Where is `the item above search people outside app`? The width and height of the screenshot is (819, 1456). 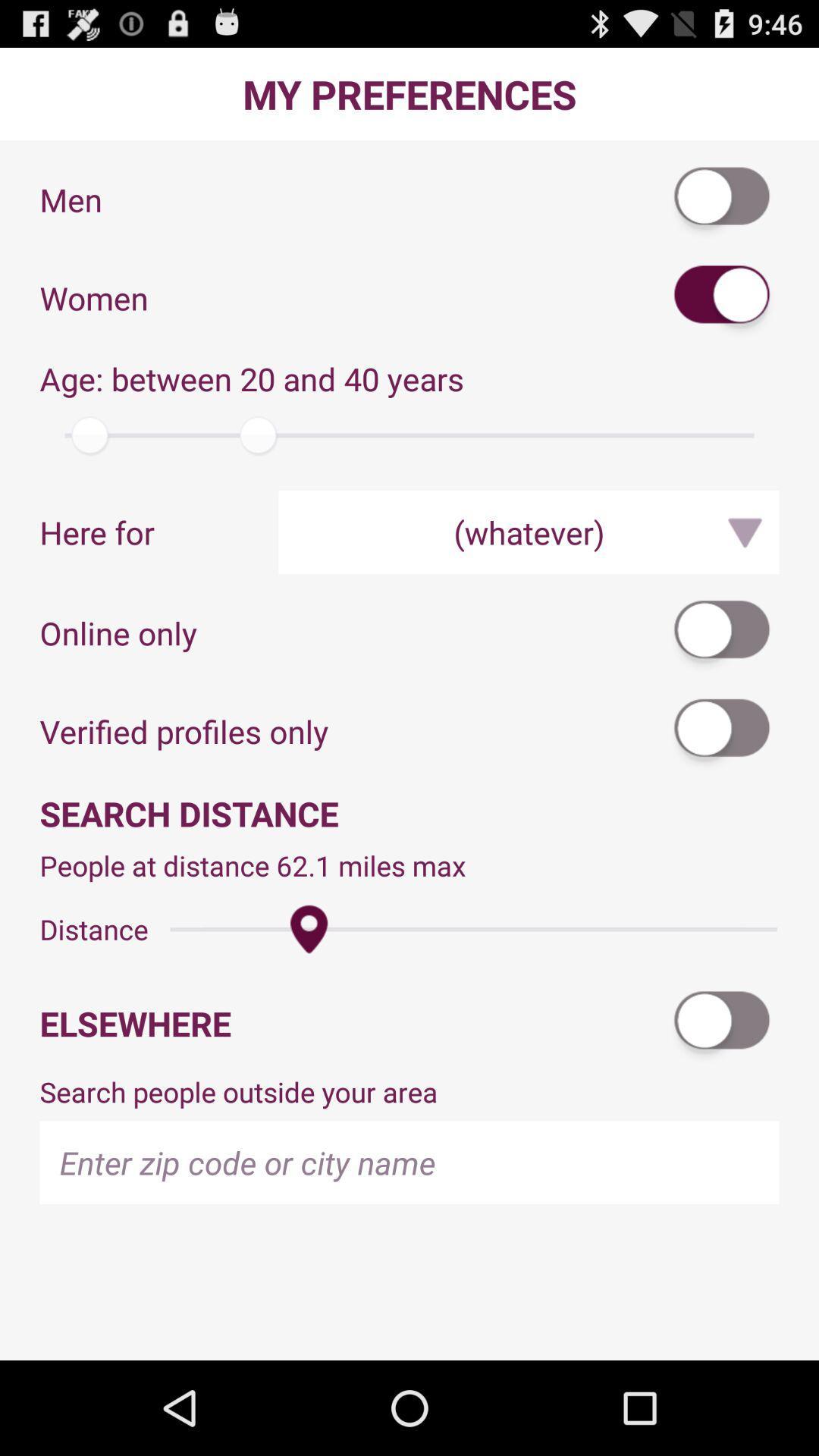 the item above search people outside app is located at coordinates (722, 1023).